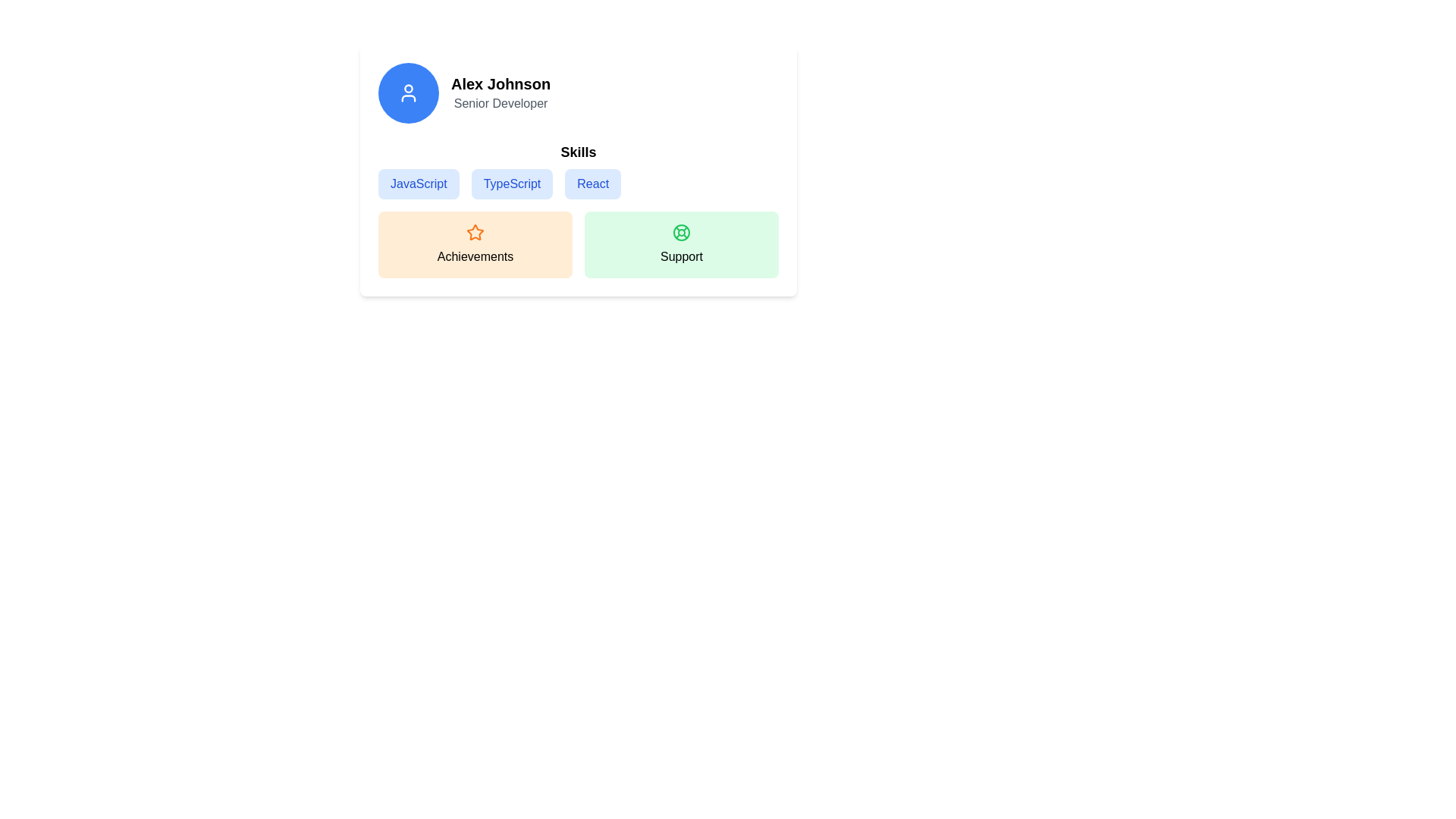 Image resolution: width=1456 pixels, height=819 pixels. What do you see at coordinates (578, 170) in the screenshot?
I see `the 'React' button, which is the third button in the row beneath the 'Skills' label` at bounding box center [578, 170].